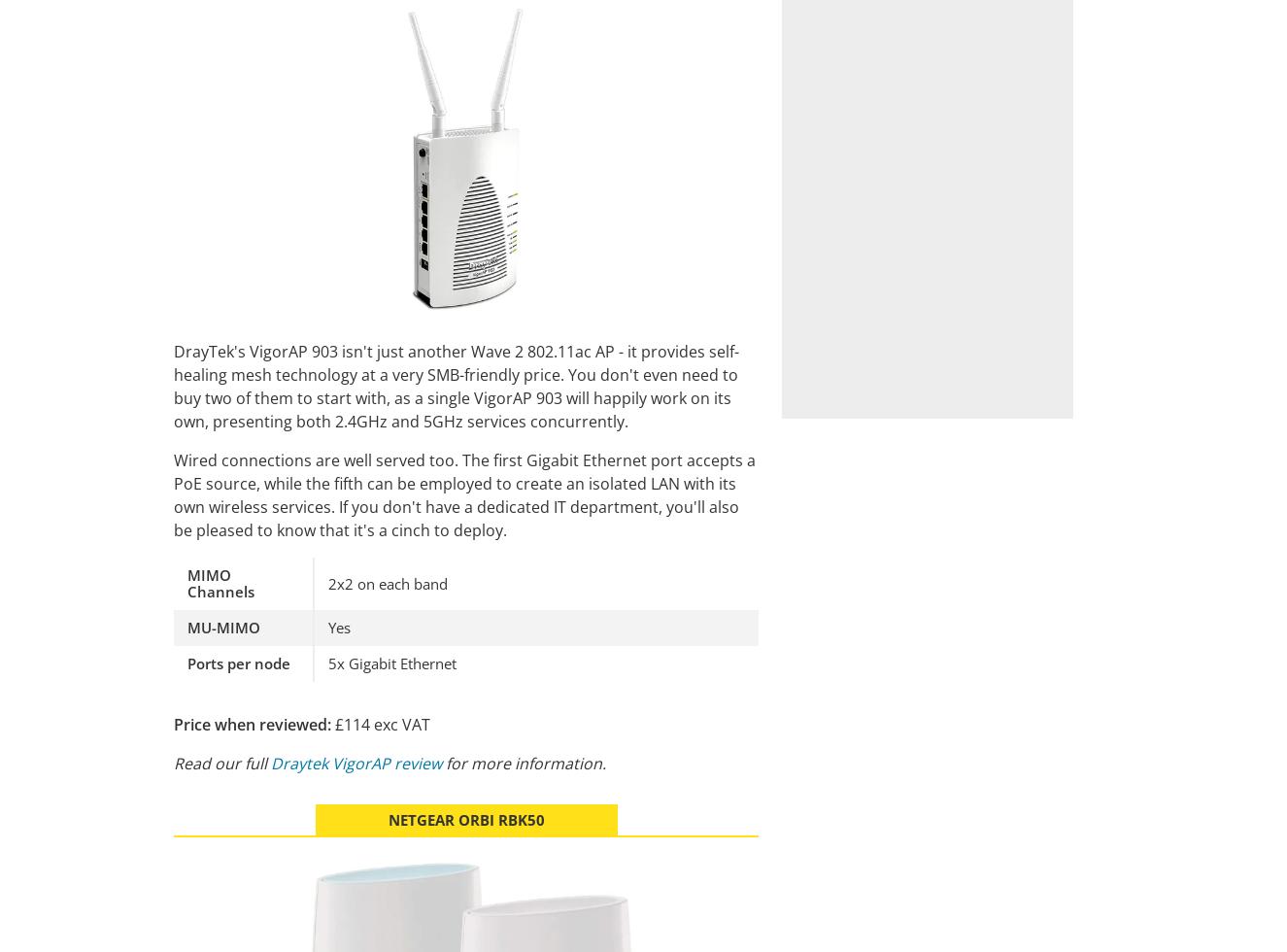  Describe the element at coordinates (388, 582) in the screenshot. I see `'2x2 on each band'` at that location.